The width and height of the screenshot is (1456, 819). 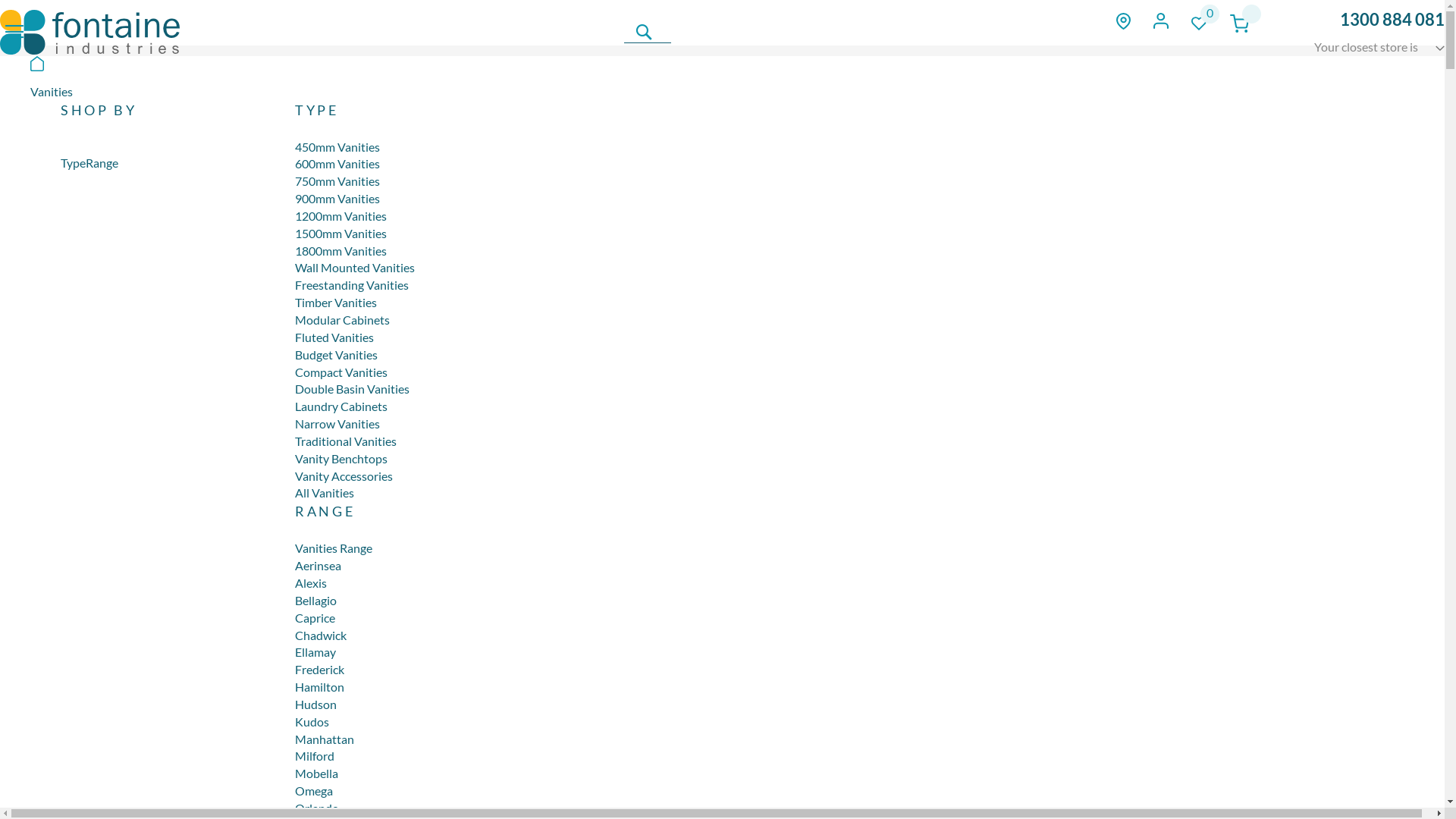 I want to click on 'Budget Vanities', so click(x=335, y=354).